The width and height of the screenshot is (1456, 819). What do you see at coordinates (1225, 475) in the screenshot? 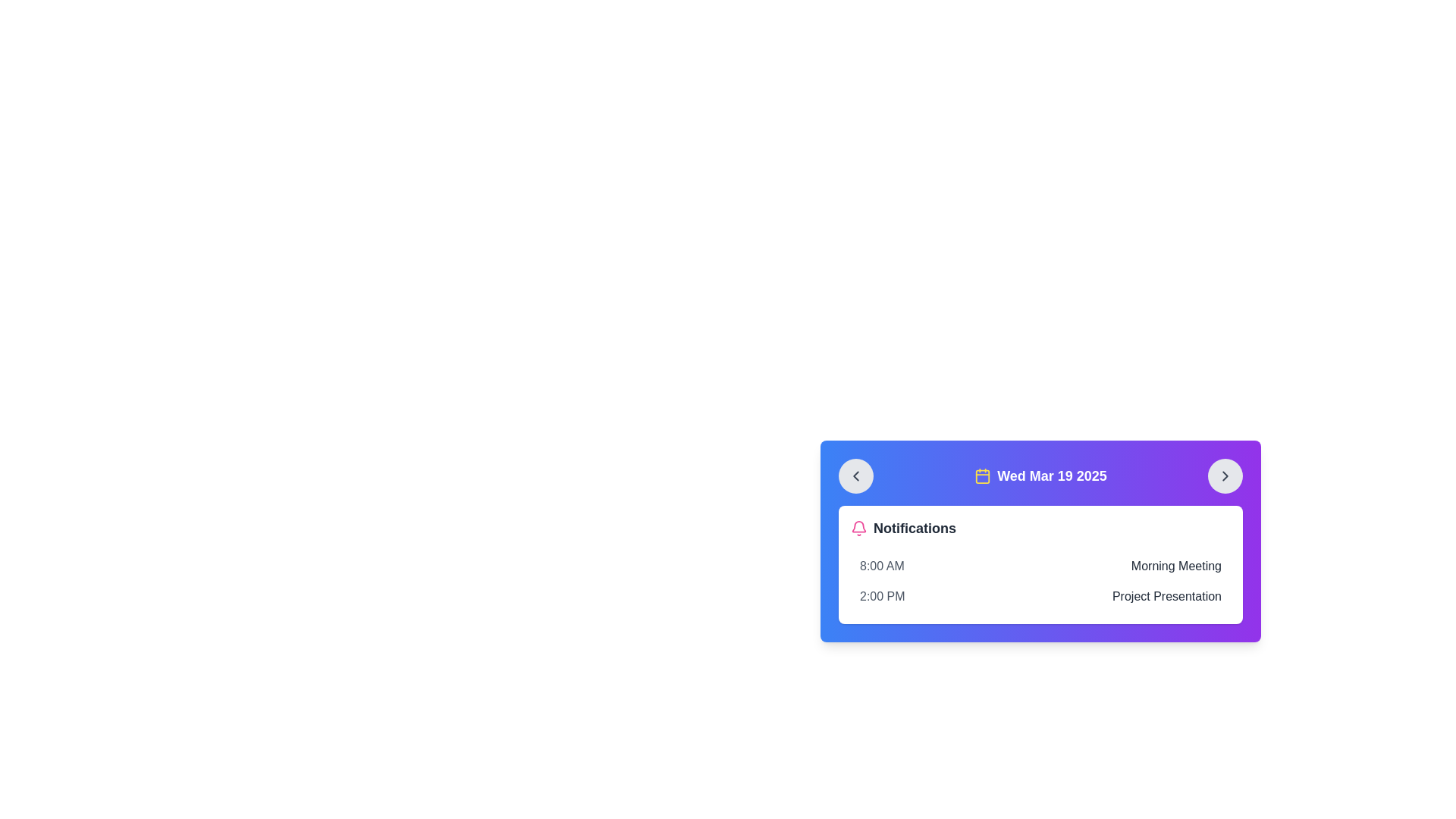
I see `the circular button with a light gray background and a right-pointing chevron icon, located to the right of the date display 'Wed Mar 19 2025'` at bounding box center [1225, 475].